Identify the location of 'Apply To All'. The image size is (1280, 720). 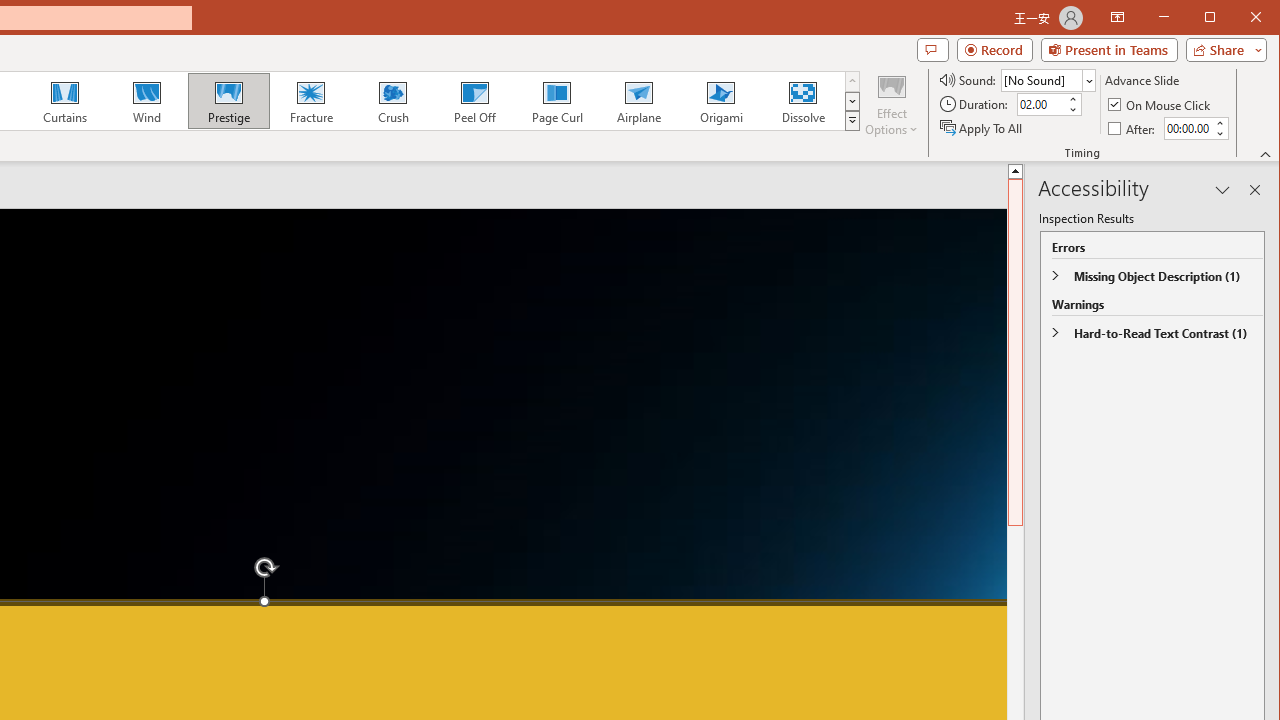
(983, 128).